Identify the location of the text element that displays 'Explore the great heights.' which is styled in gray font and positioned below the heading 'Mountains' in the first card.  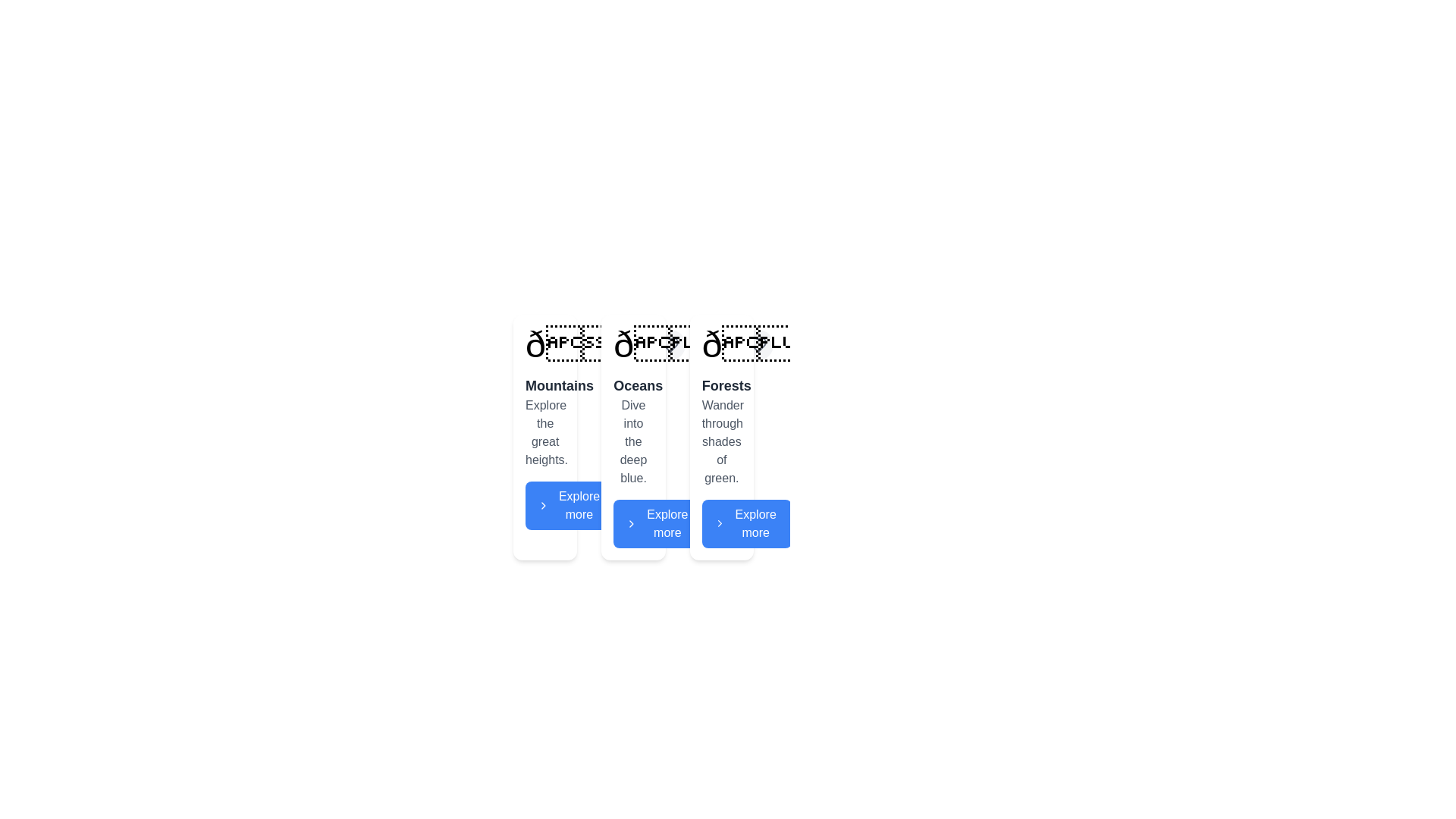
(545, 432).